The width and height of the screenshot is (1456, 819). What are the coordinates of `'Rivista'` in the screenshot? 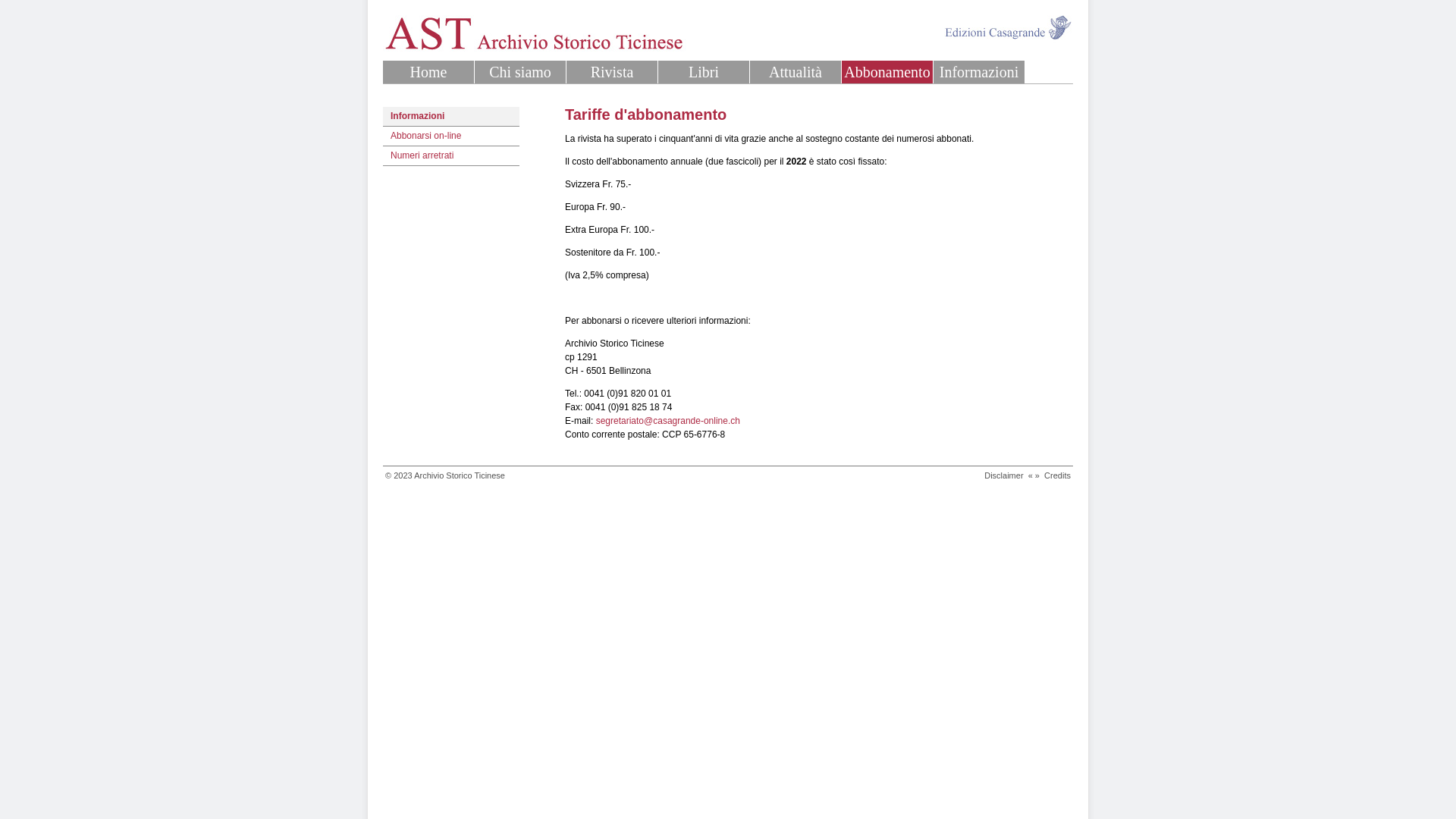 It's located at (611, 72).